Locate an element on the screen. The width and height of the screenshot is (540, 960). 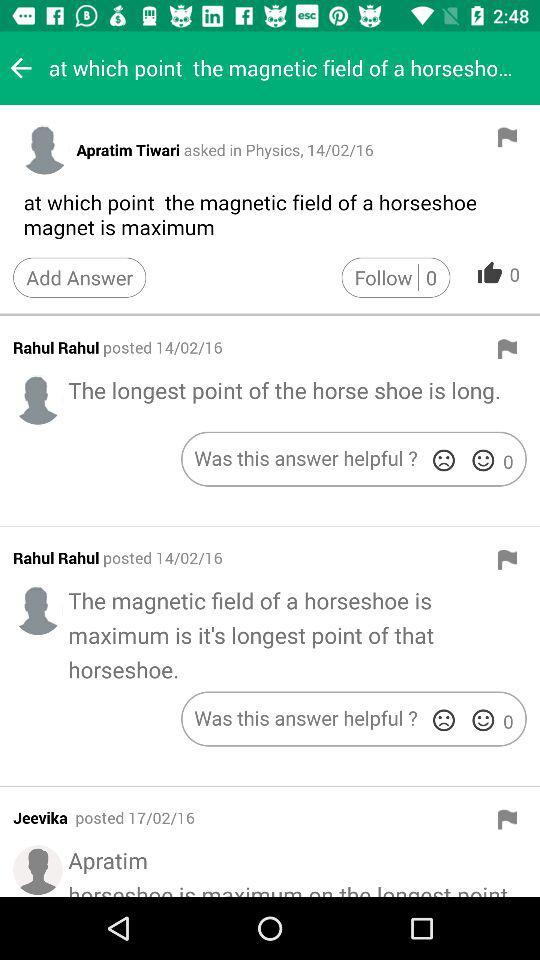
to rate a bad answer is located at coordinates (443, 720).